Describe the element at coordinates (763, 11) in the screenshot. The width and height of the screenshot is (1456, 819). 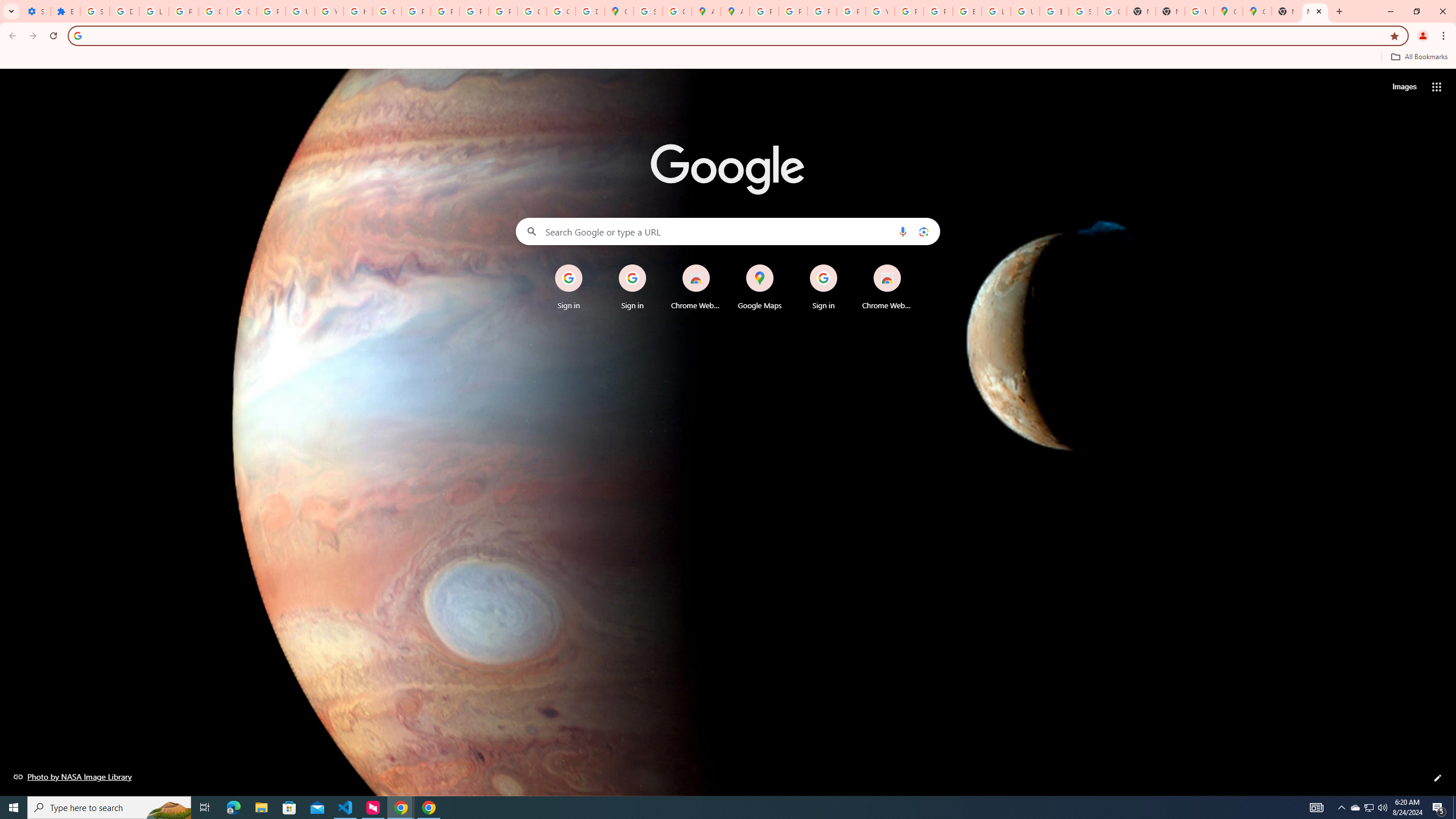
I see `'Policy Accountability and Transparency - Transparency Center'` at that location.